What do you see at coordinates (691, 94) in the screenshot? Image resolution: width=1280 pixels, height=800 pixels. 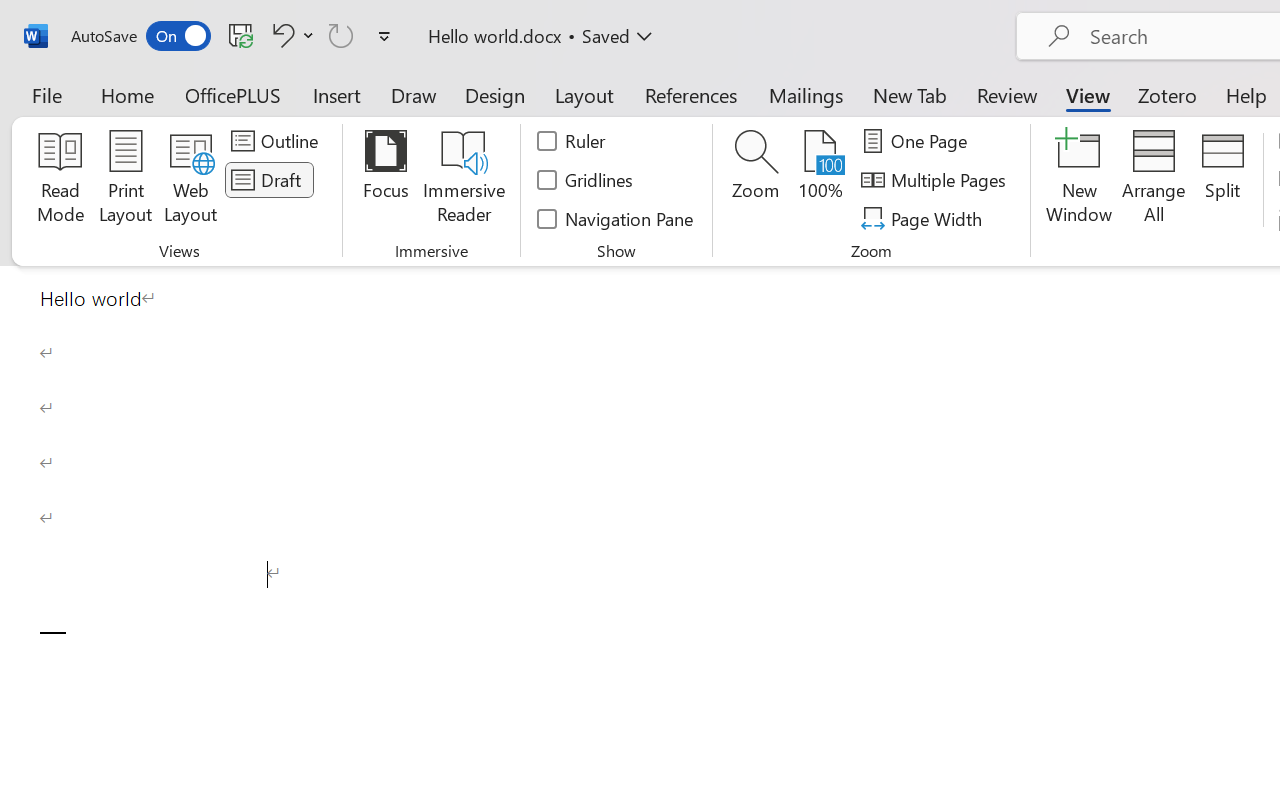 I see `'References'` at bounding box center [691, 94].